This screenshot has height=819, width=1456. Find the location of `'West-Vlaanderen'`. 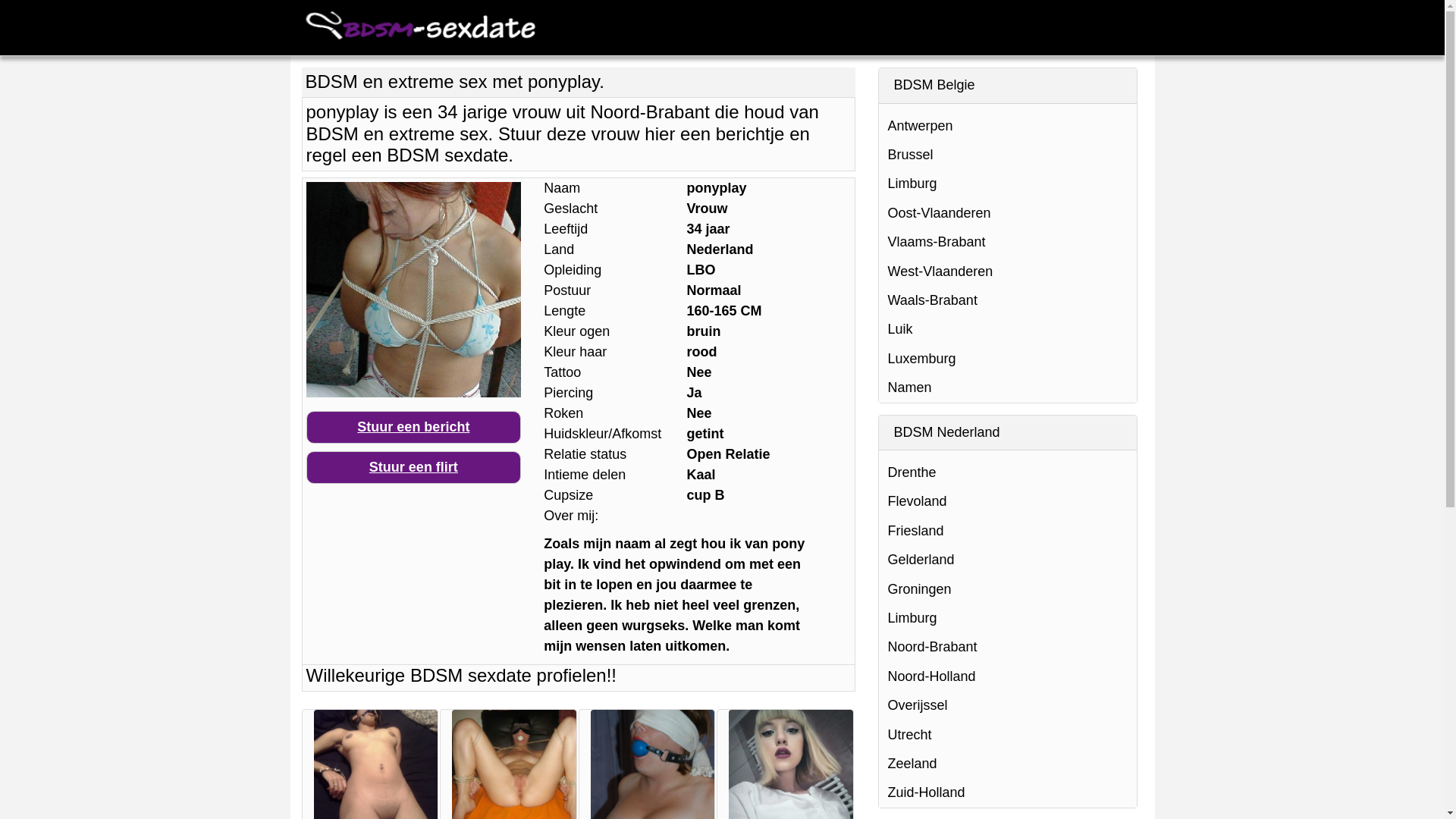

'West-Vlaanderen' is located at coordinates (877, 271).